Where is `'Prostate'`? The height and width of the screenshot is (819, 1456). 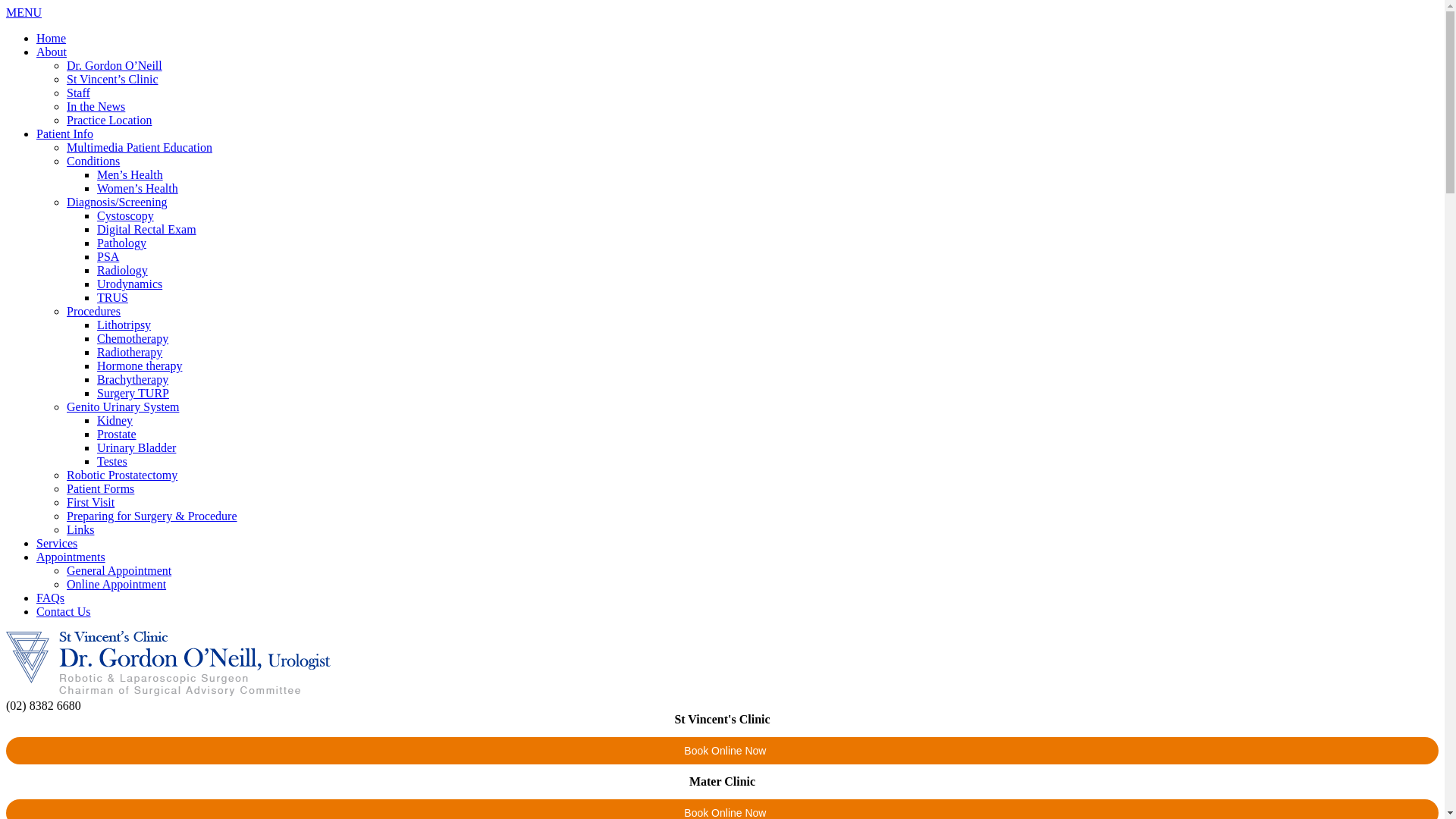 'Prostate' is located at coordinates (115, 434).